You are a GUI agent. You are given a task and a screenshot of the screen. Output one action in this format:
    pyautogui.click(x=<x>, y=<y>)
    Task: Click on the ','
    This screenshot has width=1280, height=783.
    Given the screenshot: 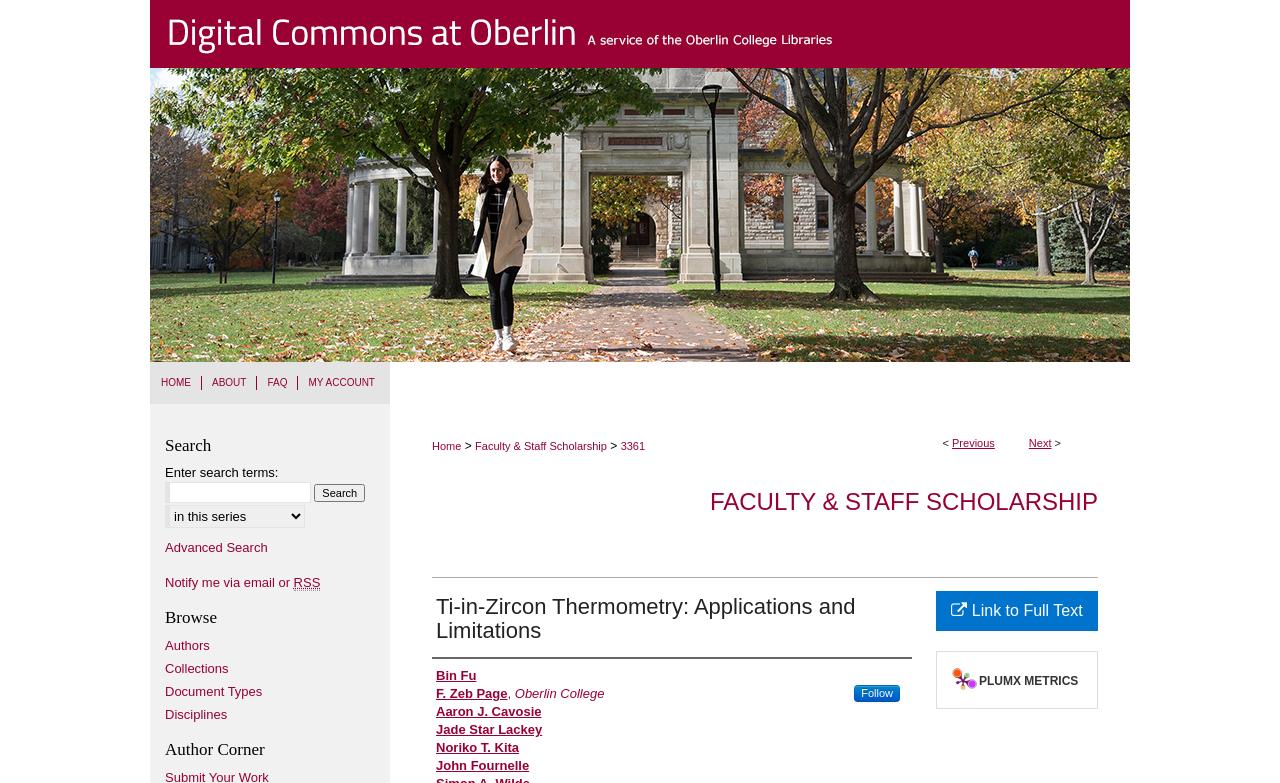 What is the action you would take?
    pyautogui.click(x=510, y=691)
    